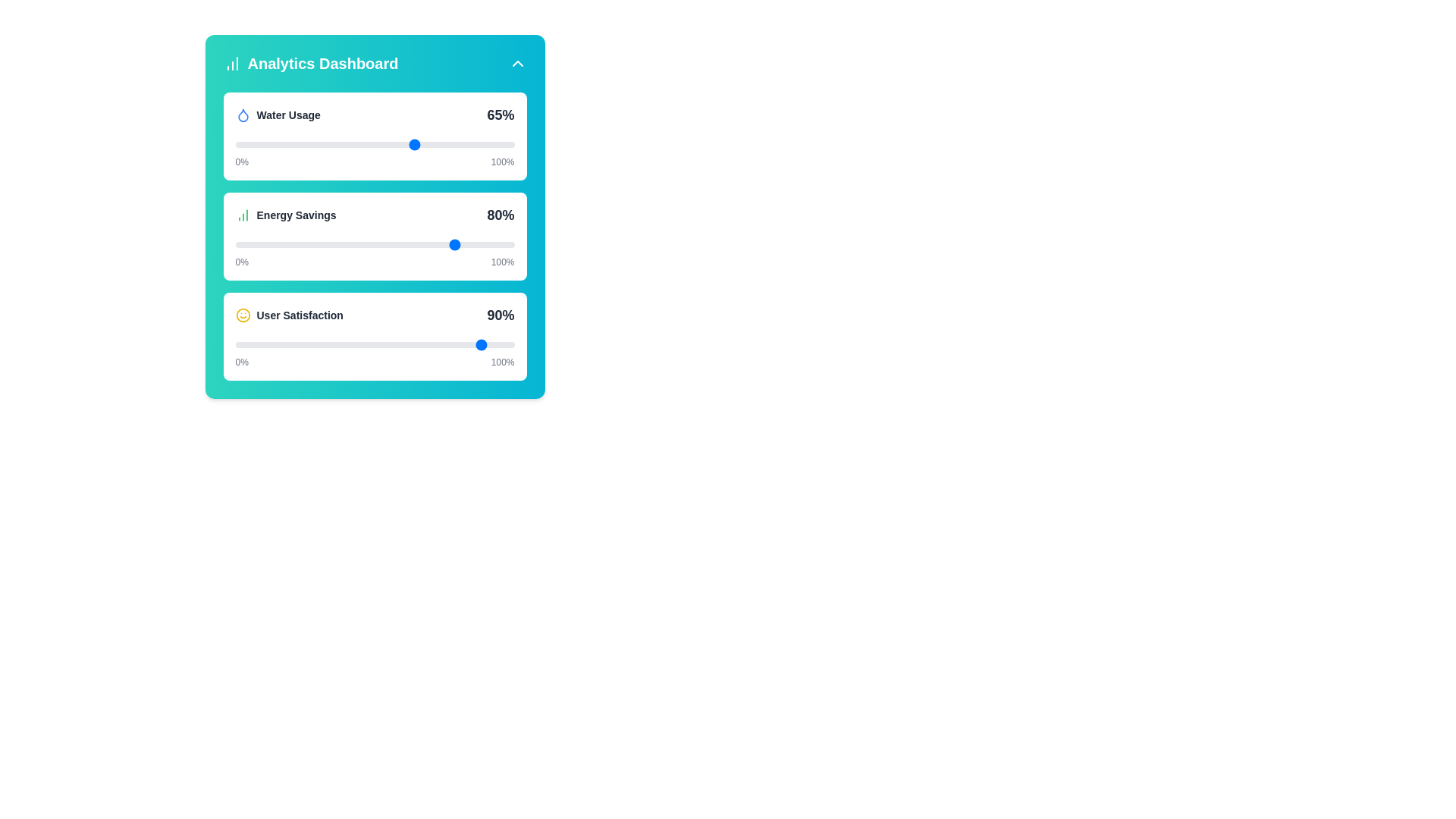  Describe the element at coordinates (243, 315) in the screenshot. I see `the smiley face icon located in the 'User Satisfaction' section of the dashboard, positioned to the left of the text 'User Satisfaction'` at that location.